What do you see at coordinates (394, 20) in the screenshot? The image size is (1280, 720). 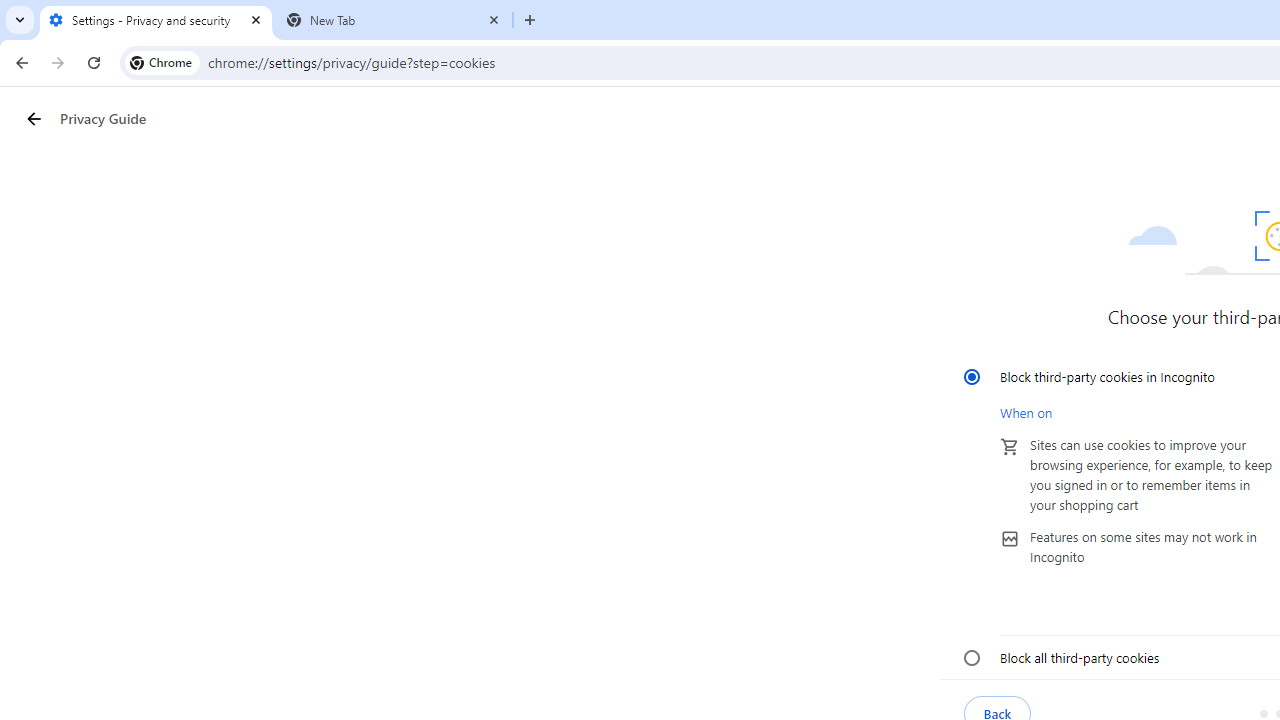 I see `'New Tab'` at bounding box center [394, 20].